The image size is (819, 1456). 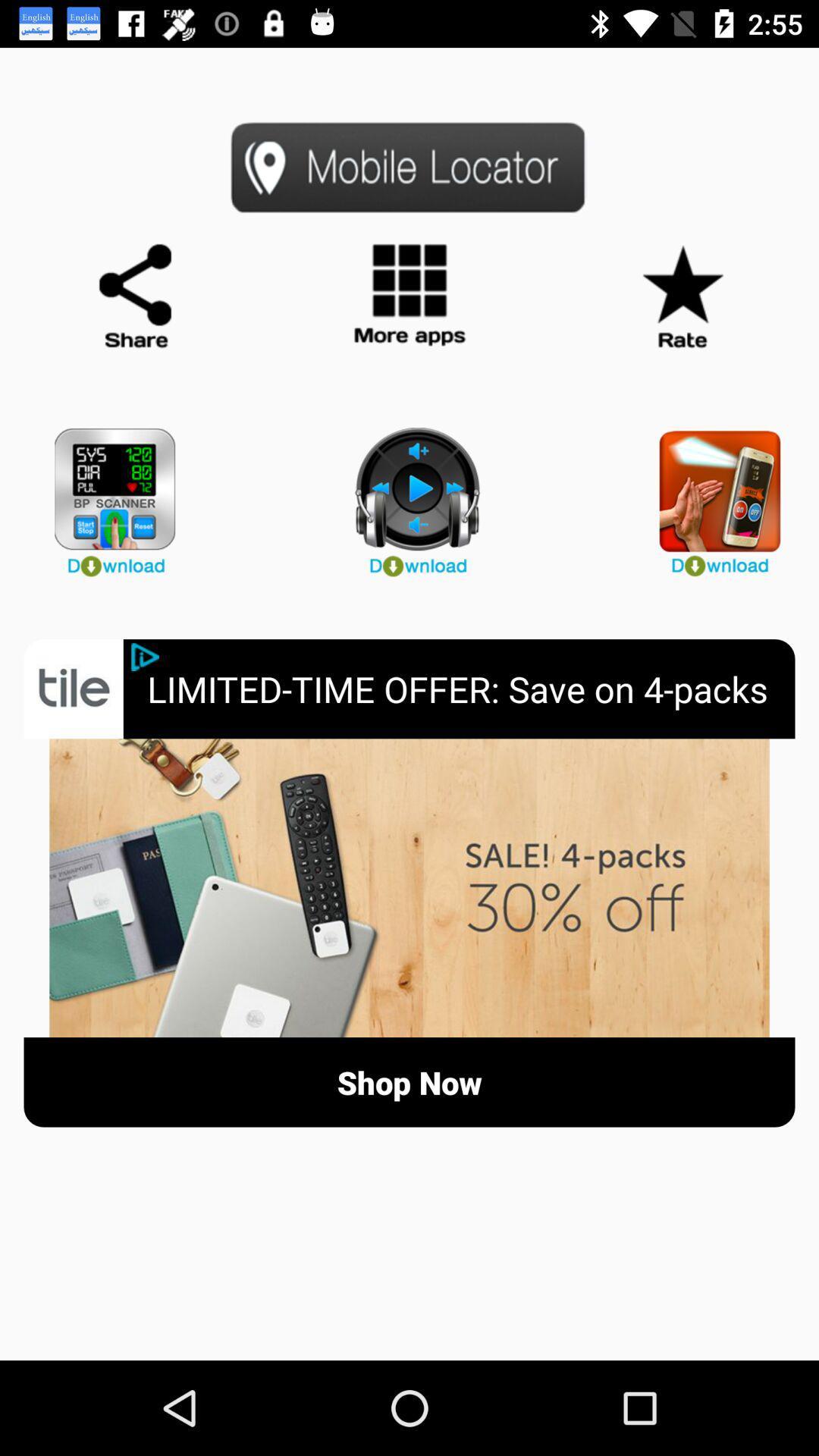 What do you see at coordinates (409, 888) in the screenshot?
I see `the button above shop now item` at bounding box center [409, 888].